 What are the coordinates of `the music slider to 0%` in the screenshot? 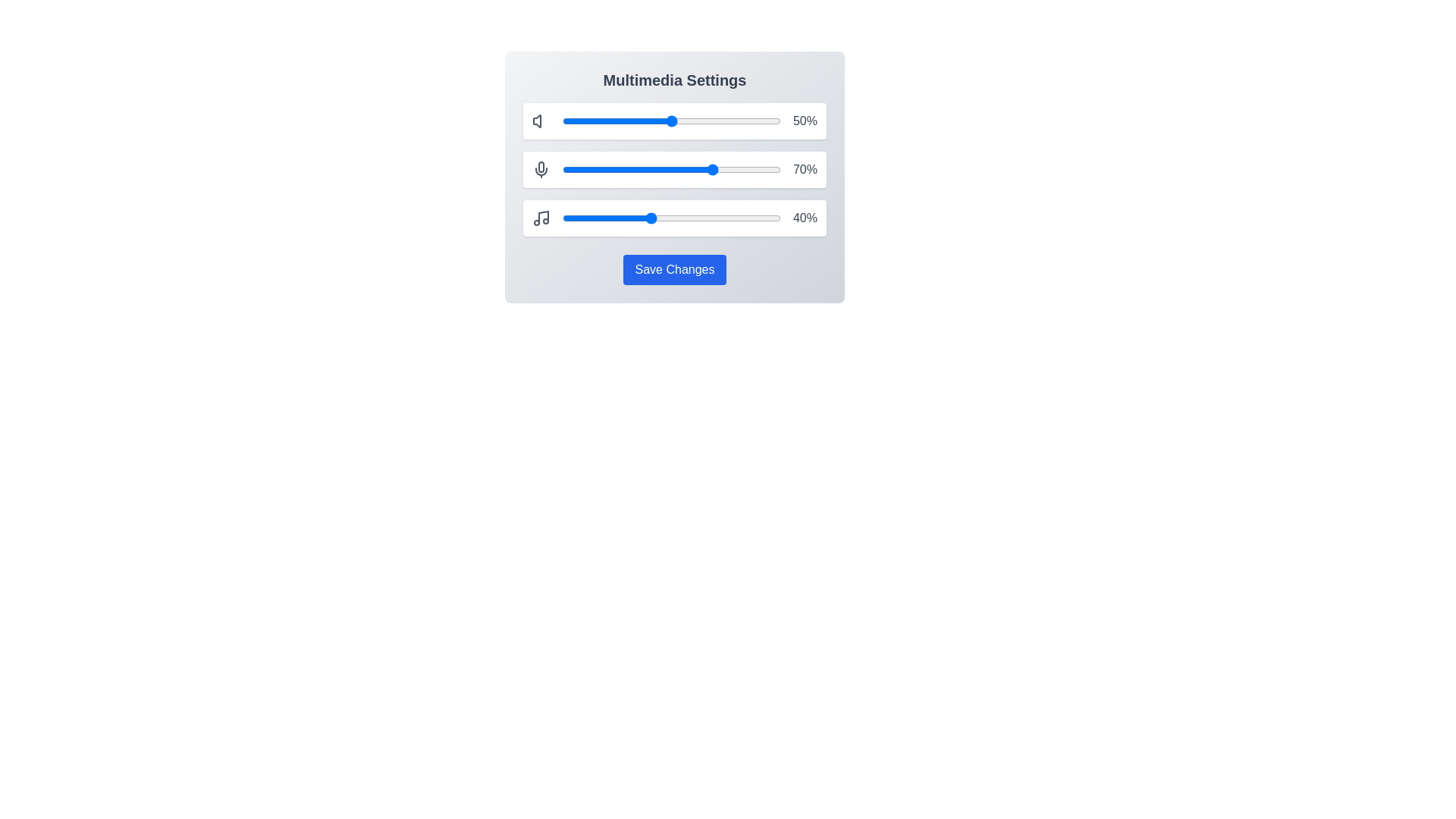 It's located at (562, 218).